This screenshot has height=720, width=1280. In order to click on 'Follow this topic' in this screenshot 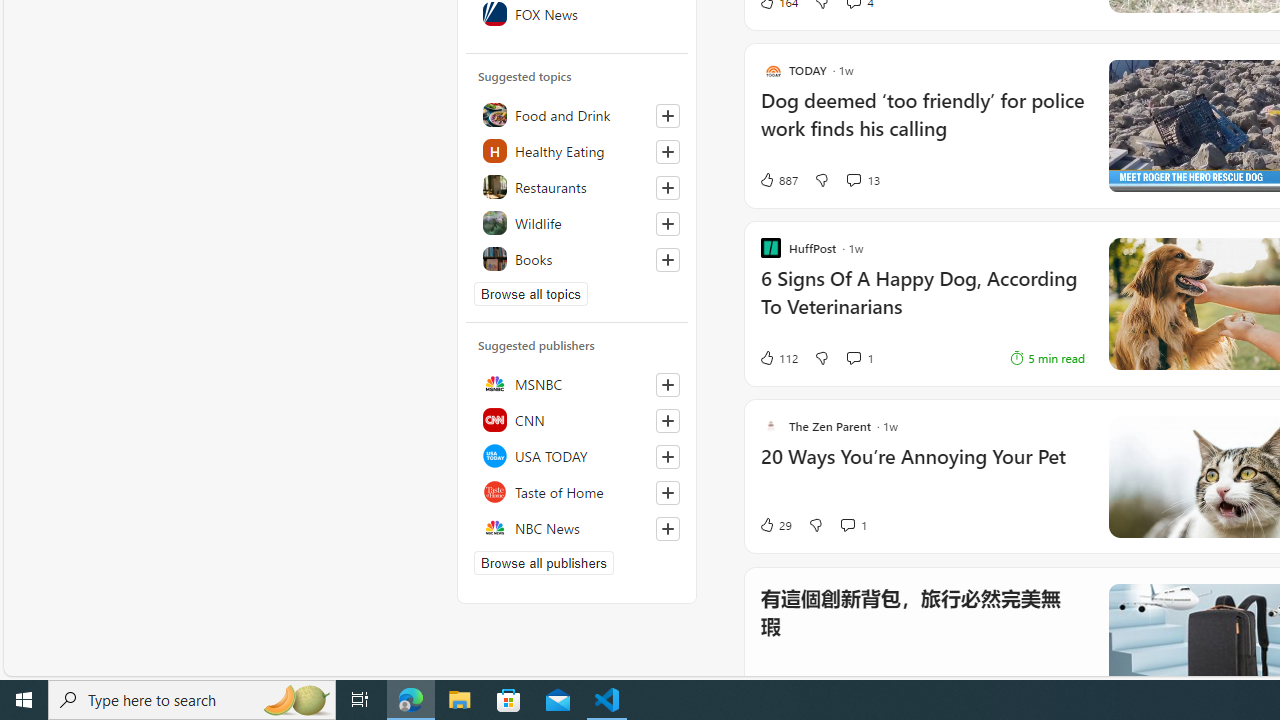, I will do `click(667, 258)`.